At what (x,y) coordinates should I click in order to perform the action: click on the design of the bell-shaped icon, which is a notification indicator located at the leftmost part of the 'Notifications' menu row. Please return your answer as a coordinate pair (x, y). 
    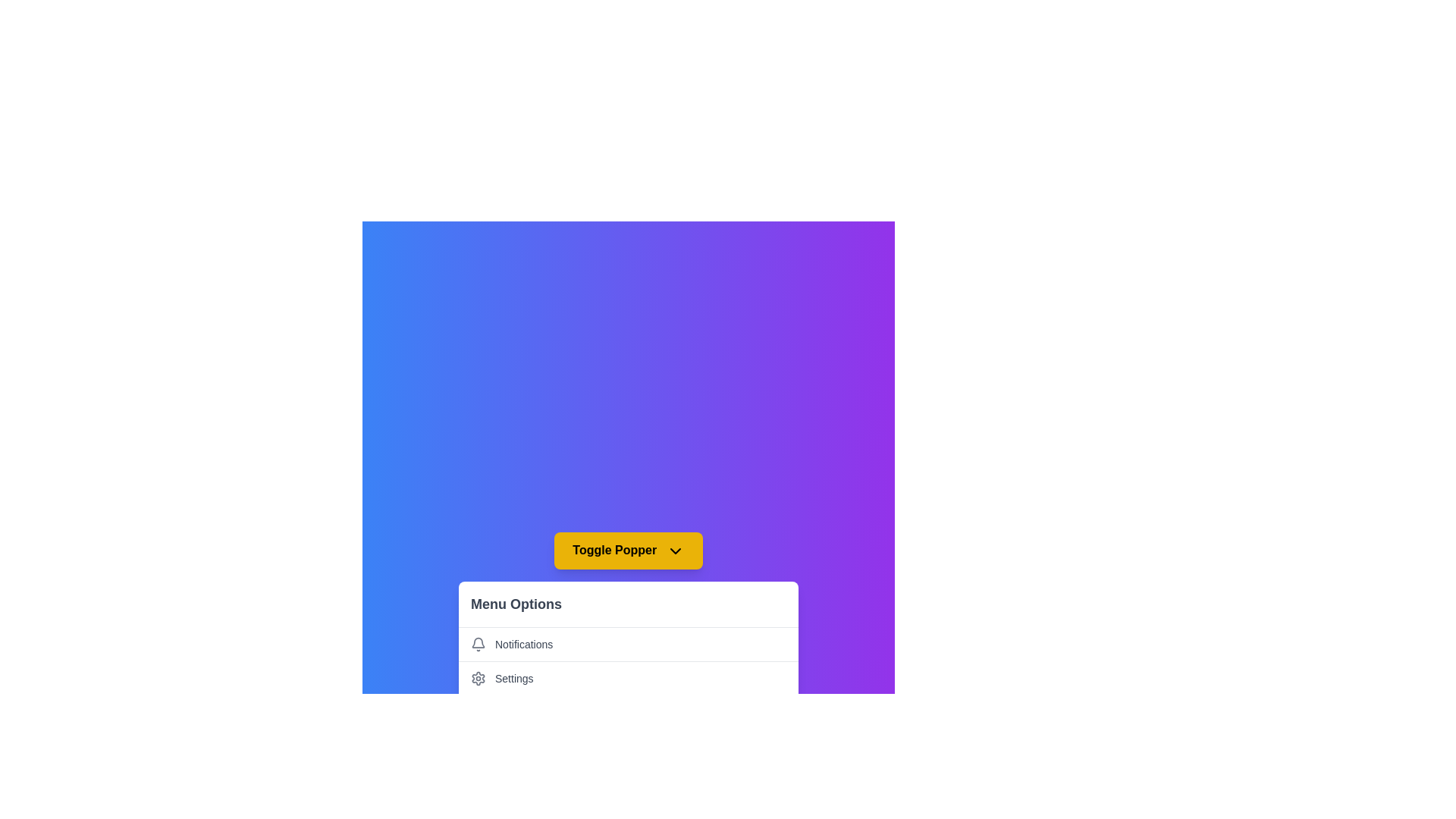
    Looking at the image, I should click on (477, 643).